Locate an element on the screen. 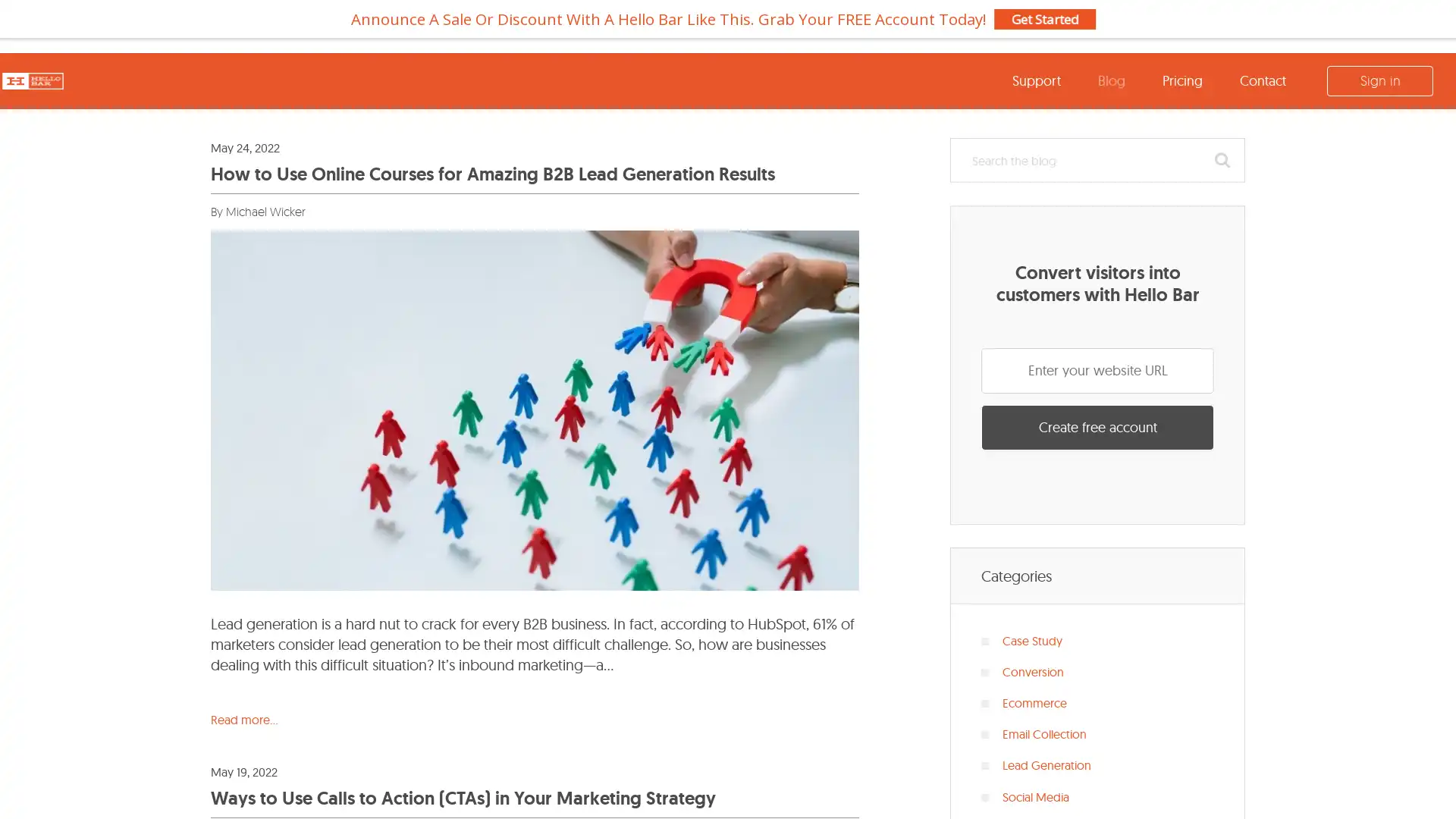 The height and width of the screenshot is (819, 1456). Create free account is located at coordinates (1097, 427).